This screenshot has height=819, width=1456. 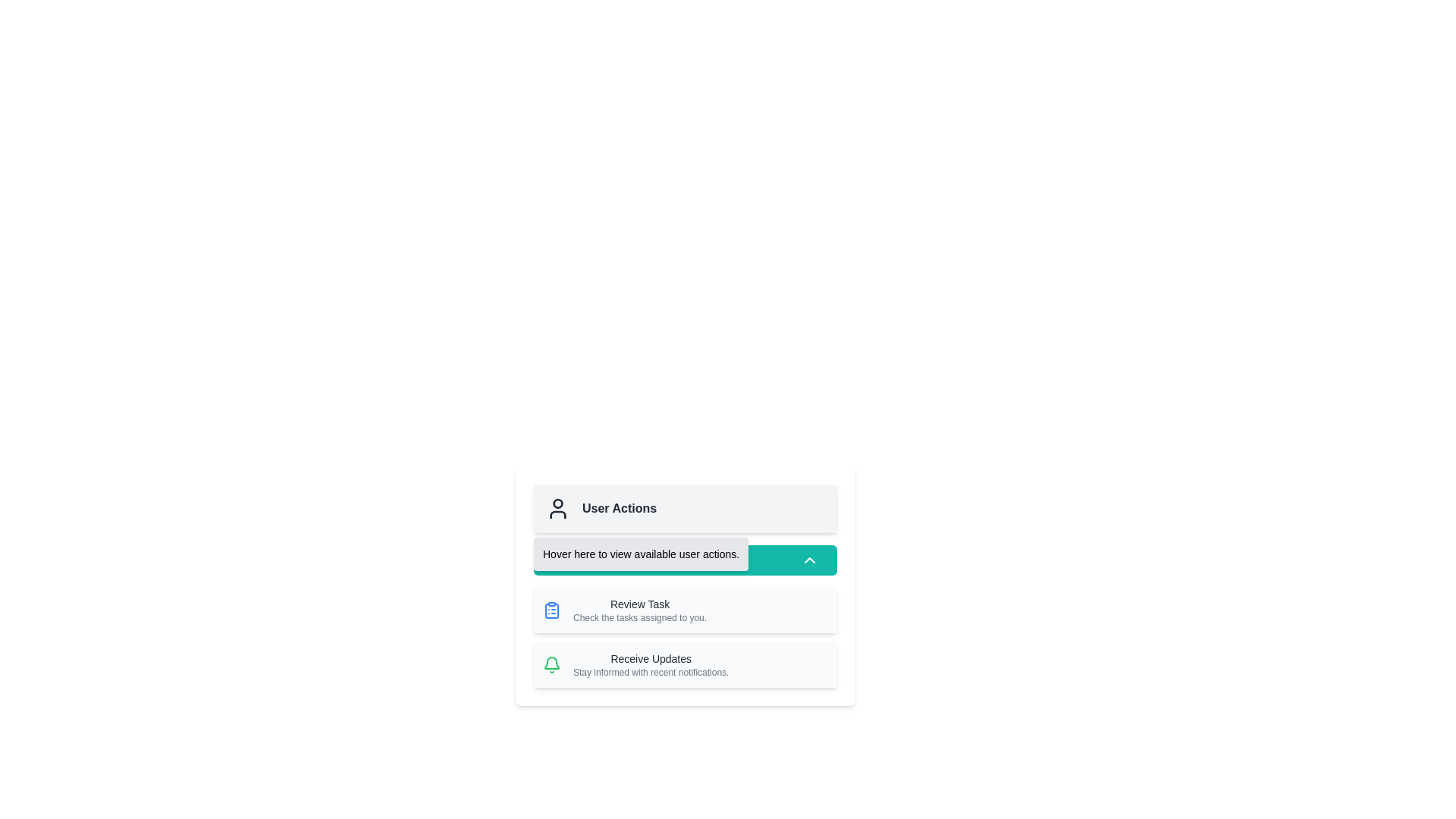 I want to click on the static text label indicating user-related actions, located at the upper section of the card following a user icon, so click(x=619, y=509).